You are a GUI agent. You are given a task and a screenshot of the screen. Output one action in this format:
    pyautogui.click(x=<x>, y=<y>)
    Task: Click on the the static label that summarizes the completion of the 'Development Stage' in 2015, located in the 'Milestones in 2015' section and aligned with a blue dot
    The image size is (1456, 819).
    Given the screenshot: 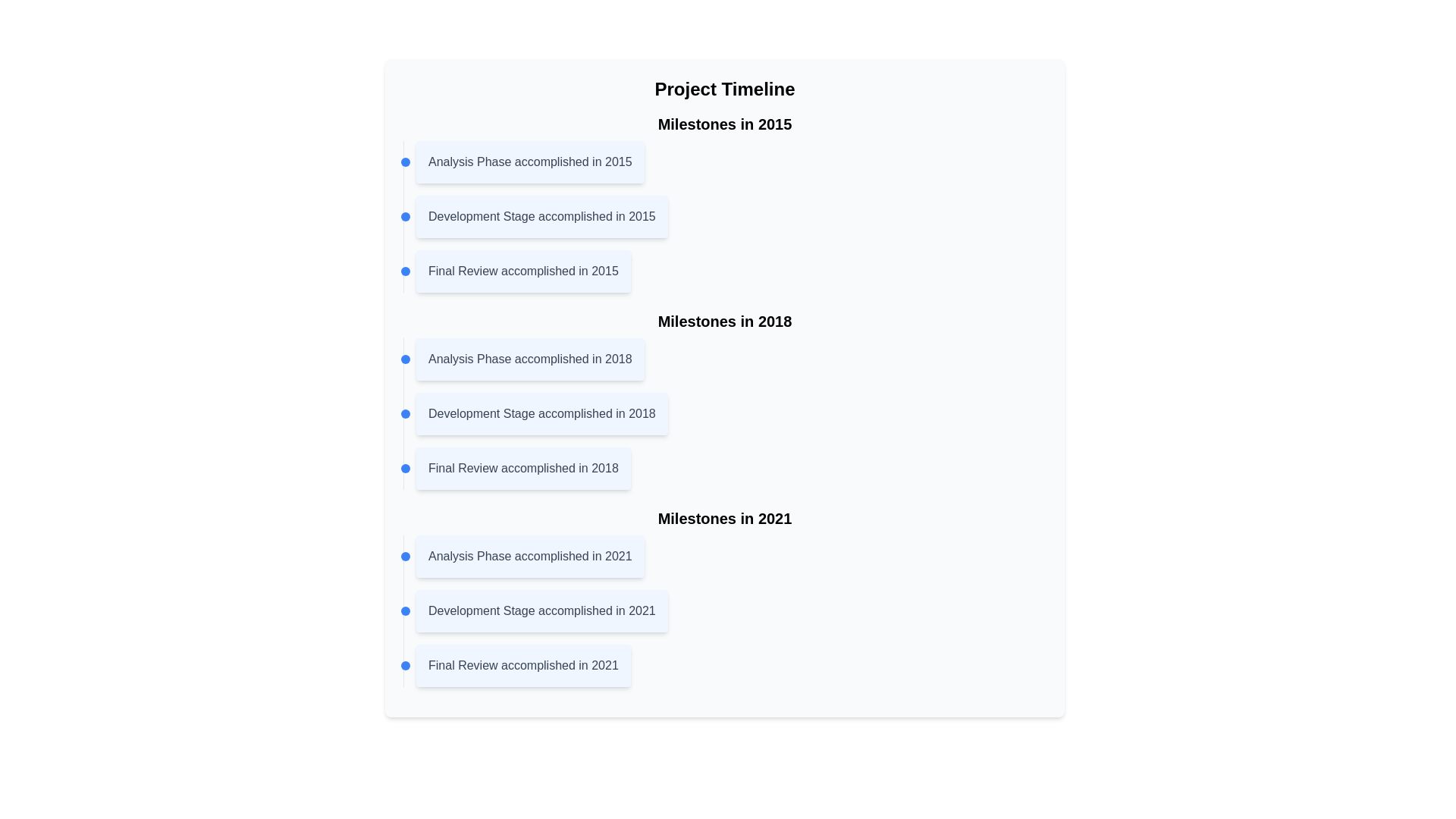 What is the action you would take?
    pyautogui.click(x=541, y=216)
    